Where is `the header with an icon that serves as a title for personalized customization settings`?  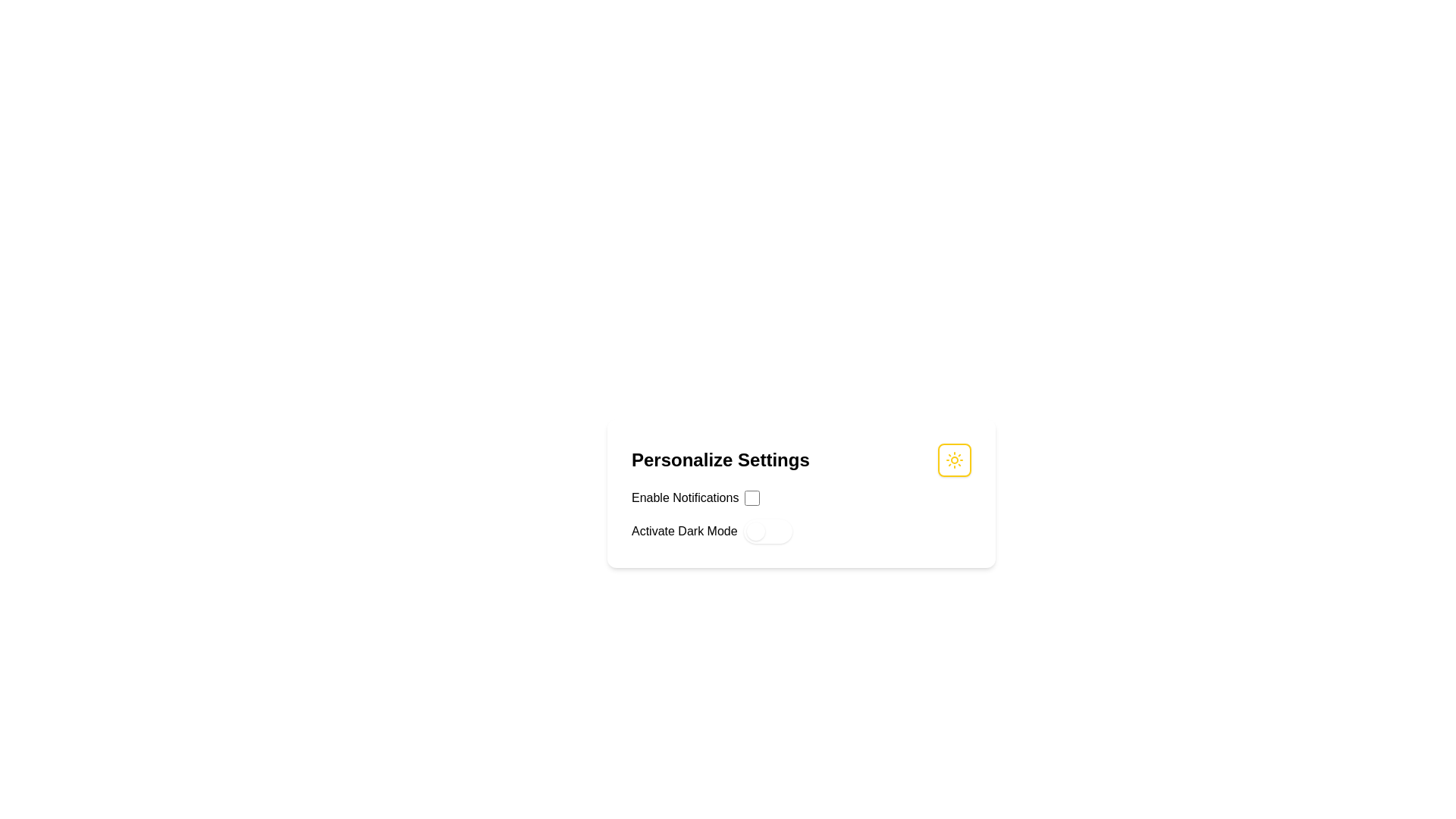
the header with an icon that serves as a title for personalized customization settings is located at coordinates (800, 459).